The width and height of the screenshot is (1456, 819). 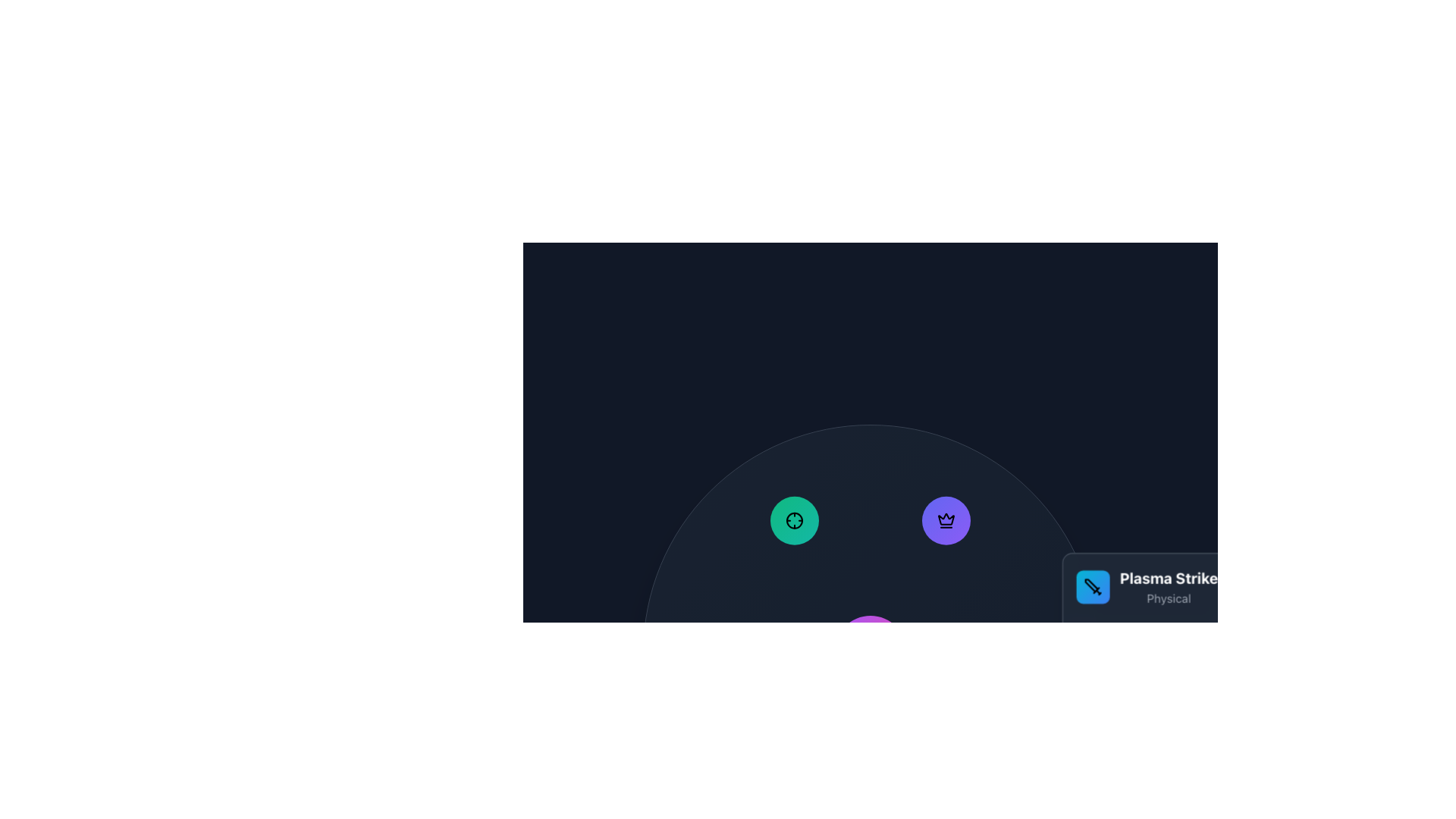 What do you see at coordinates (1168, 579) in the screenshot?
I see `the static text label that displays 'Plasma Strike', which is styled in bold, large white font against a dark background` at bounding box center [1168, 579].